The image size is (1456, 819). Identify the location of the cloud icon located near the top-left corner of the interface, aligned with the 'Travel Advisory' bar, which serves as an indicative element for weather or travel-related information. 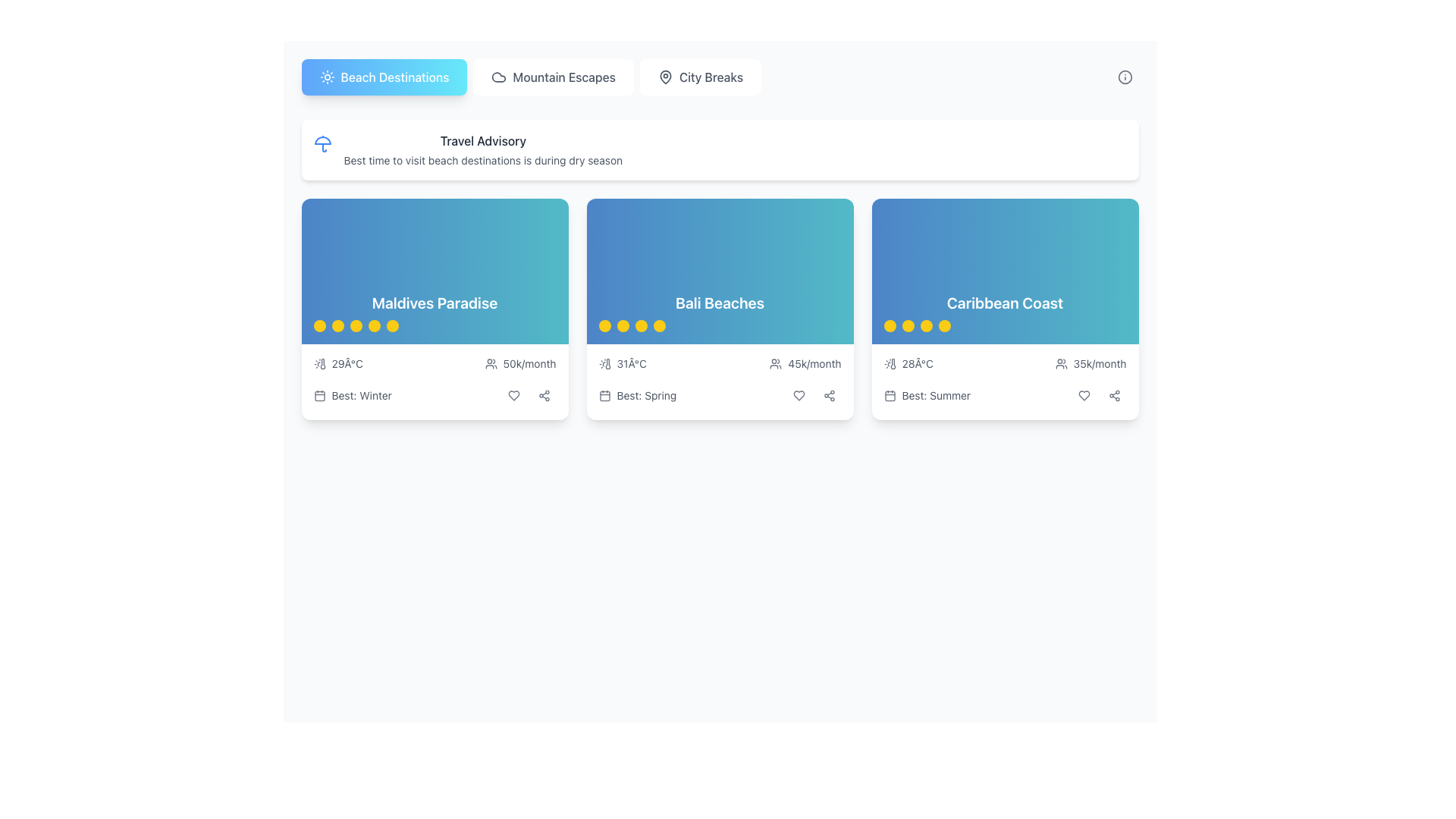
(499, 77).